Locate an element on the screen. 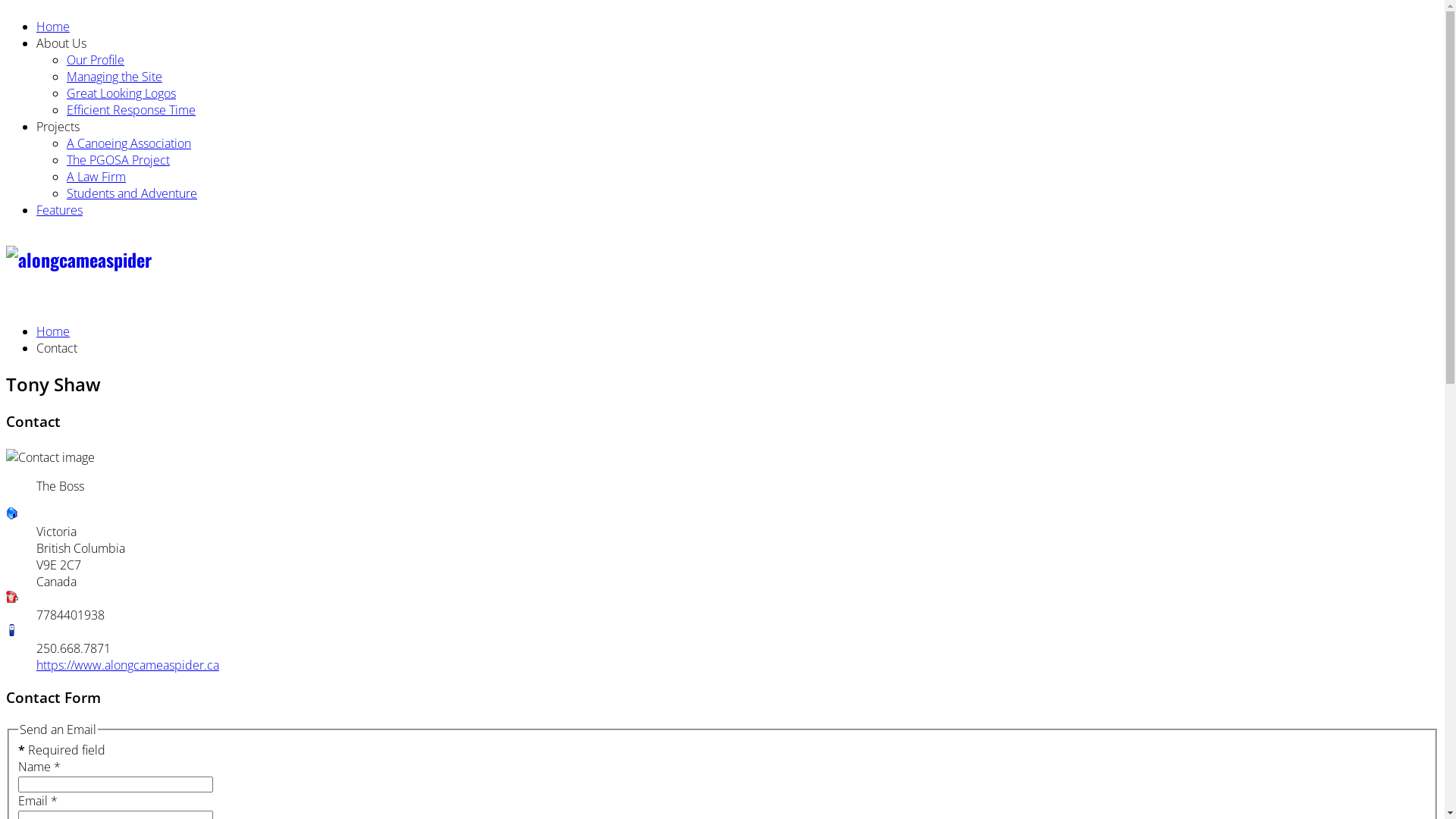 The width and height of the screenshot is (1456, 819). 'Our Profile' is located at coordinates (94, 58).